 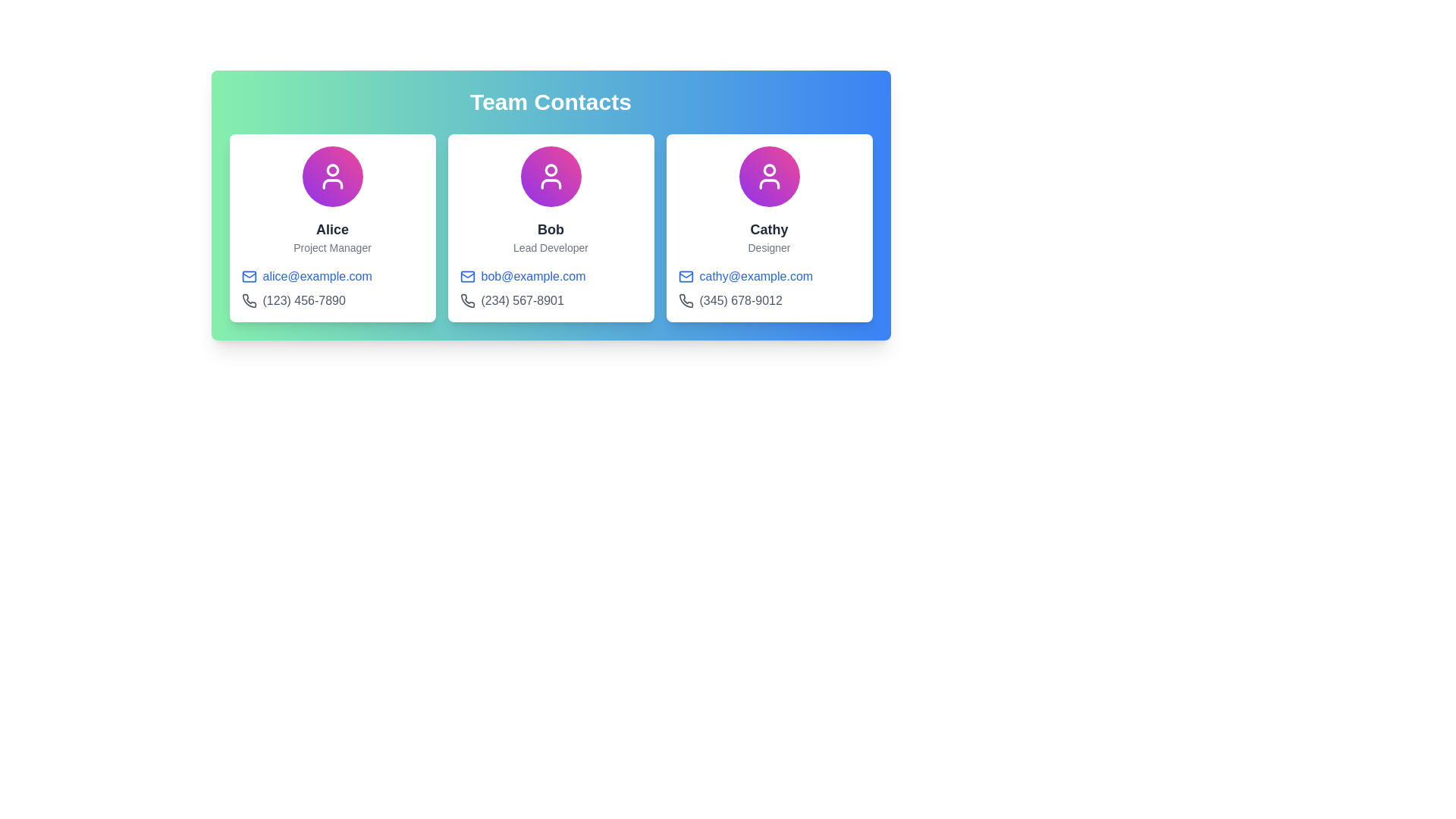 What do you see at coordinates (769, 277) in the screenshot?
I see `the clickable text link 'cathy@example.com'` at bounding box center [769, 277].